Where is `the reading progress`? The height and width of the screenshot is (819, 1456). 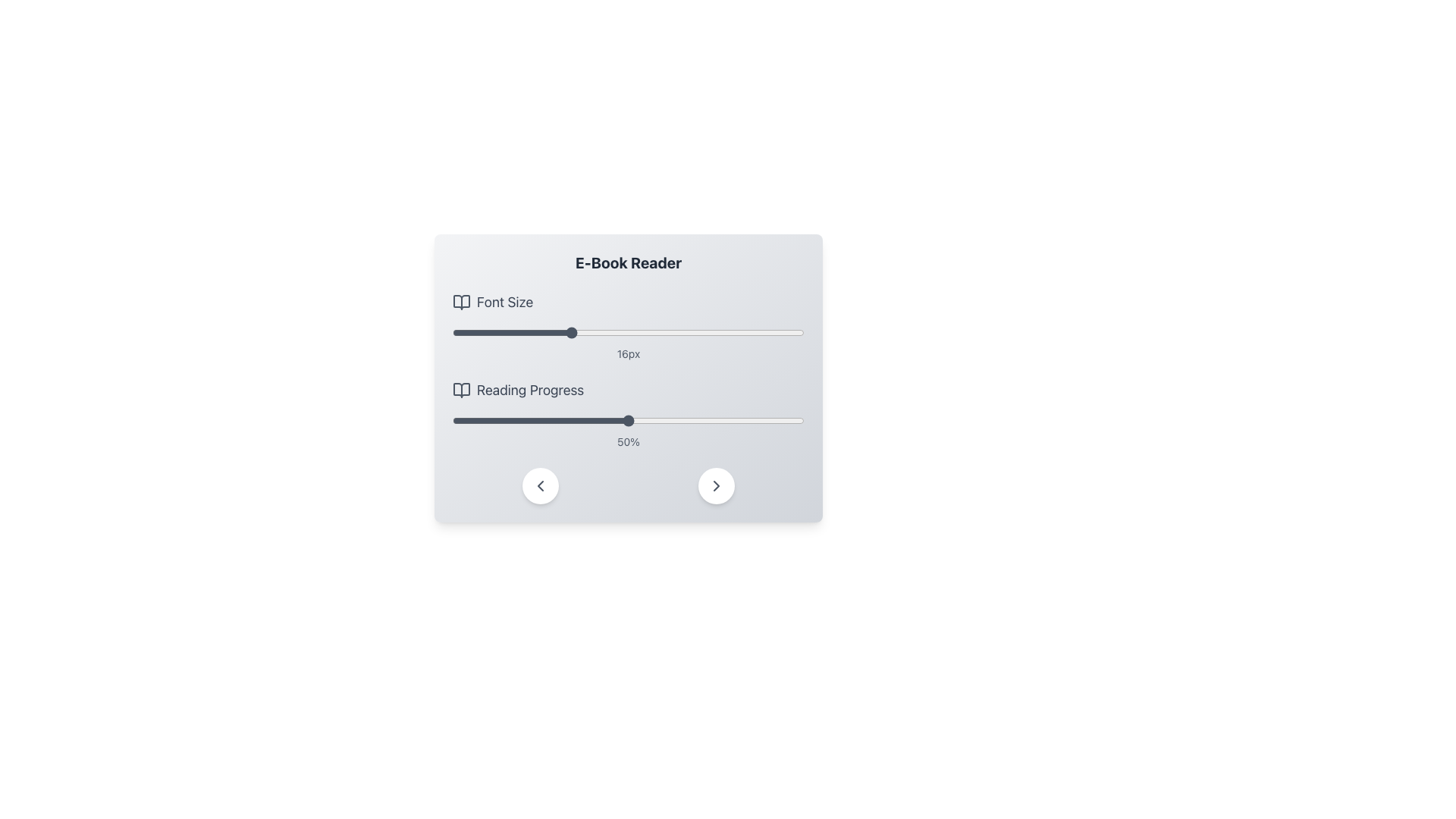
the reading progress is located at coordinates (657, 421).